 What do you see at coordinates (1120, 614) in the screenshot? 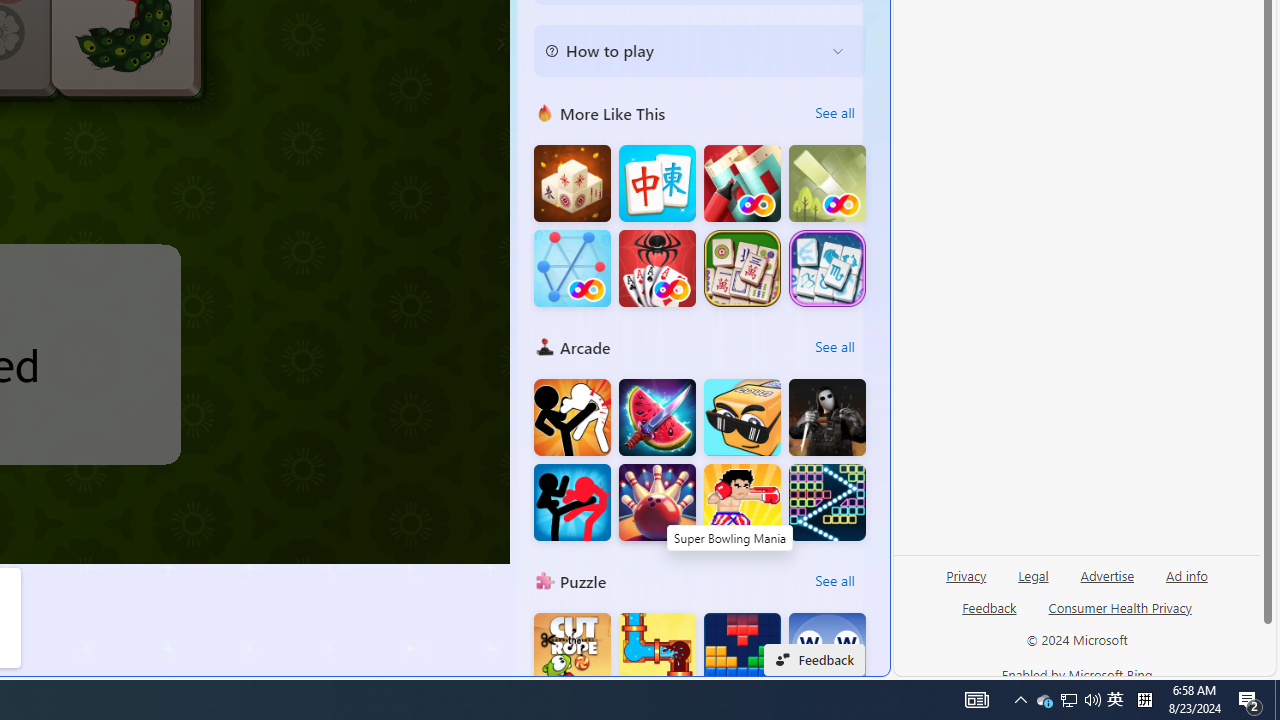
I see `'Consumer Health Privacy'` at bounding box center [1120, 614].